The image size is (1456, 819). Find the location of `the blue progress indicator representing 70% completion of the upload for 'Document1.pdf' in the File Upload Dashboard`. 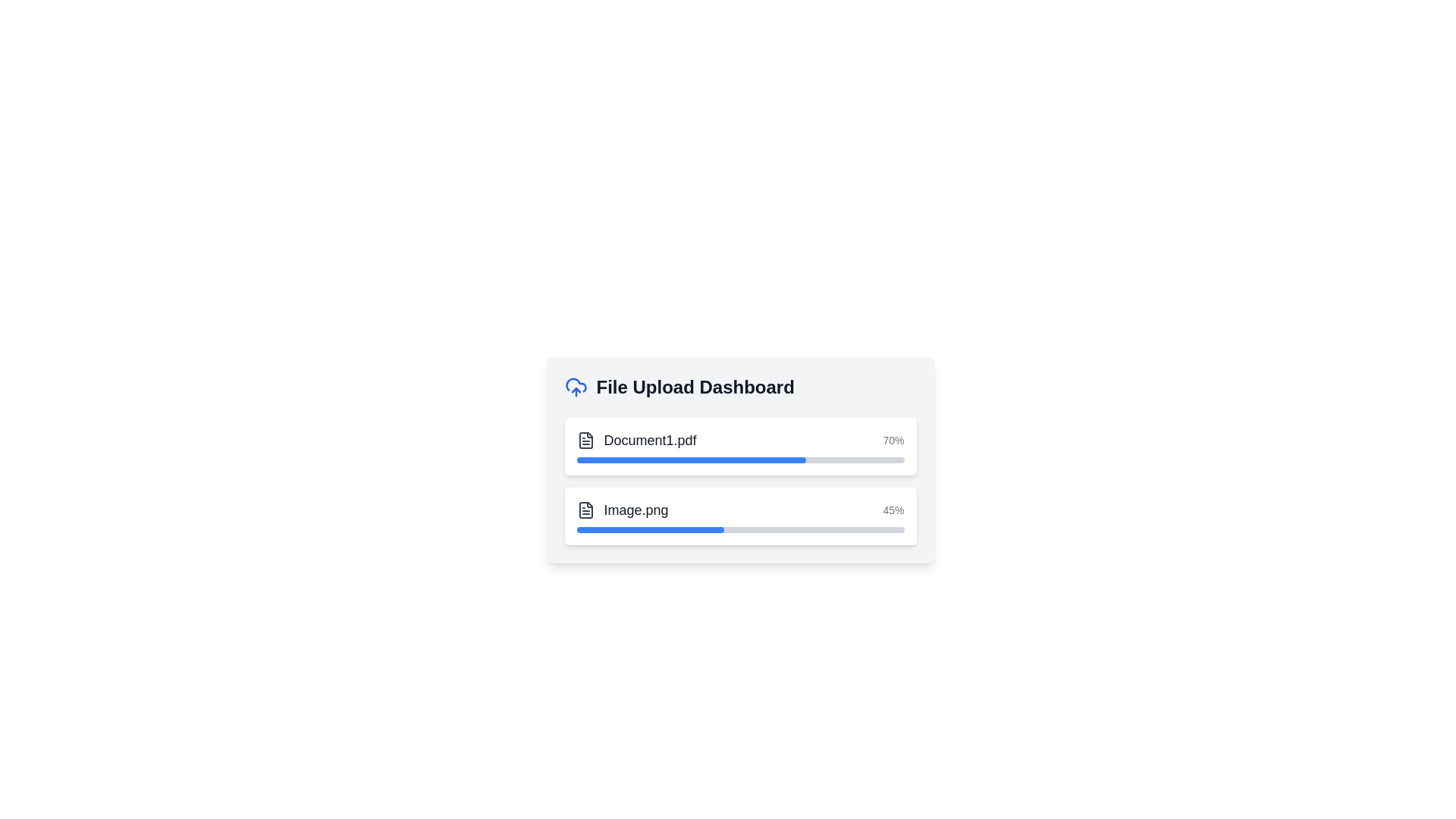

the blue progress indicator representing 70% completion of the upload for 'Document1.pdf' in the File Upload Dashboard is located at coordinates (690, 459).